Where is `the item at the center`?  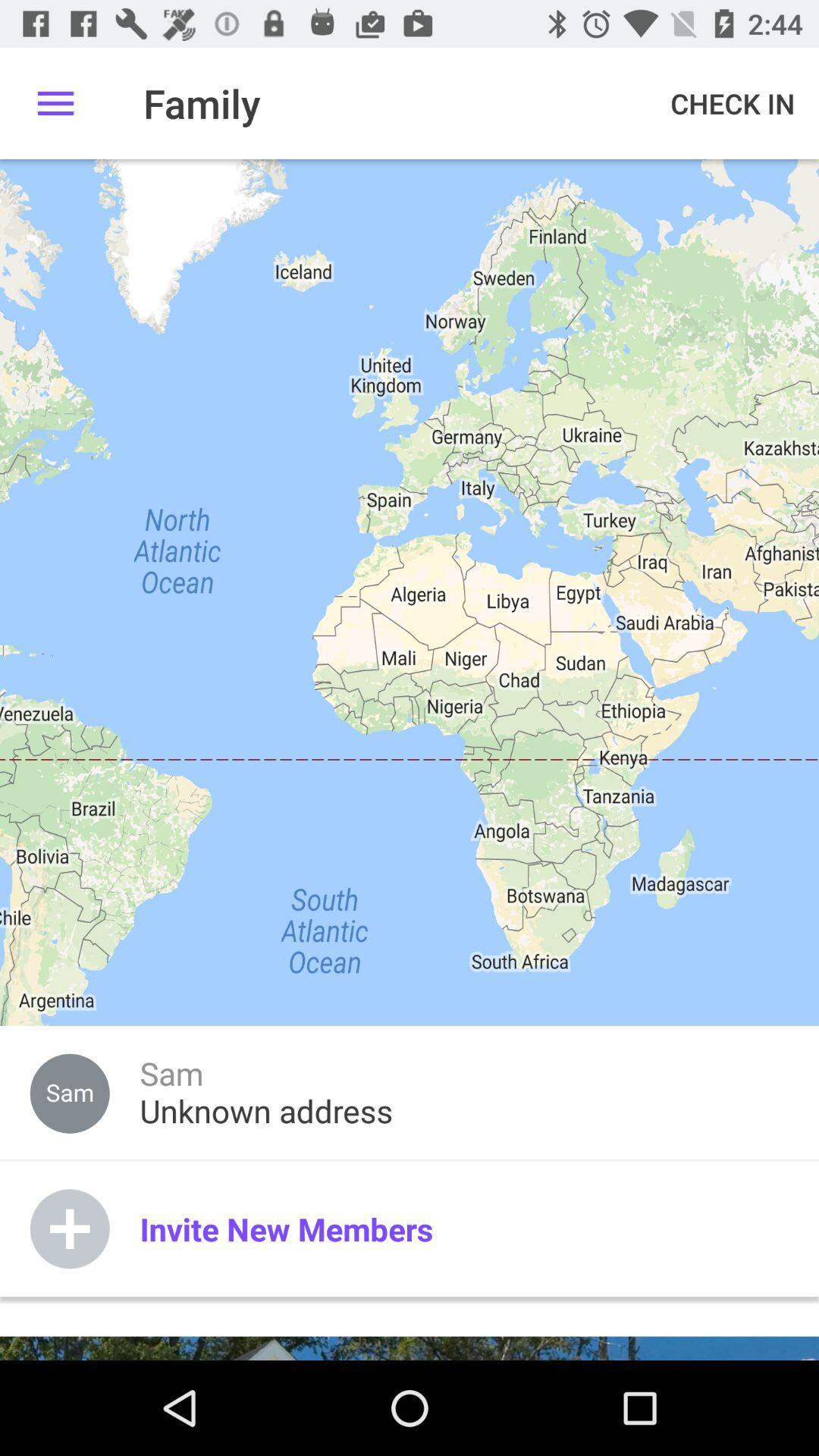
the item at the center is located at coordinates (409, 760).